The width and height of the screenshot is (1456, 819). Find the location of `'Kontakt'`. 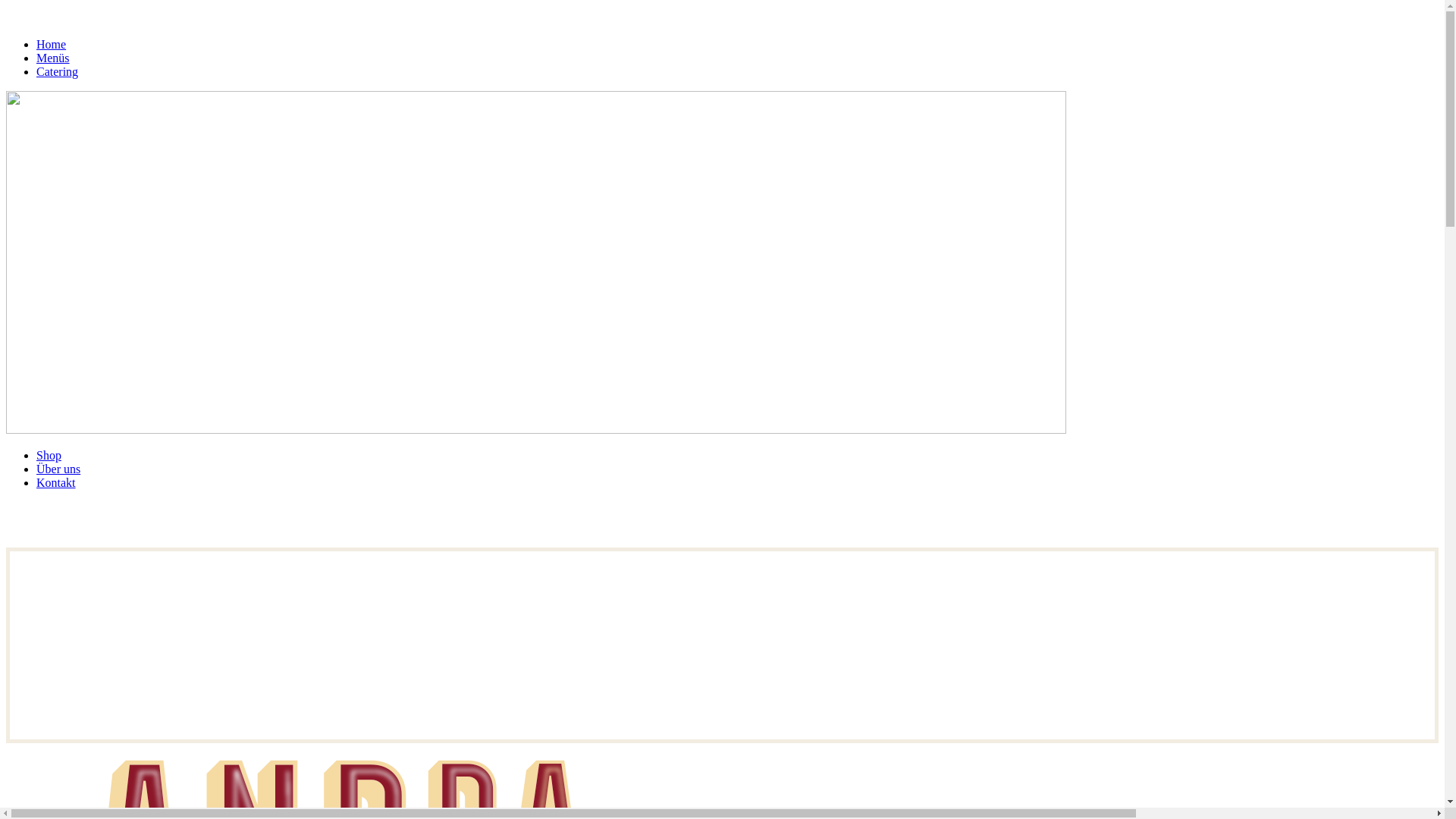

'Kontakt' is located at coordinates (55, 482).